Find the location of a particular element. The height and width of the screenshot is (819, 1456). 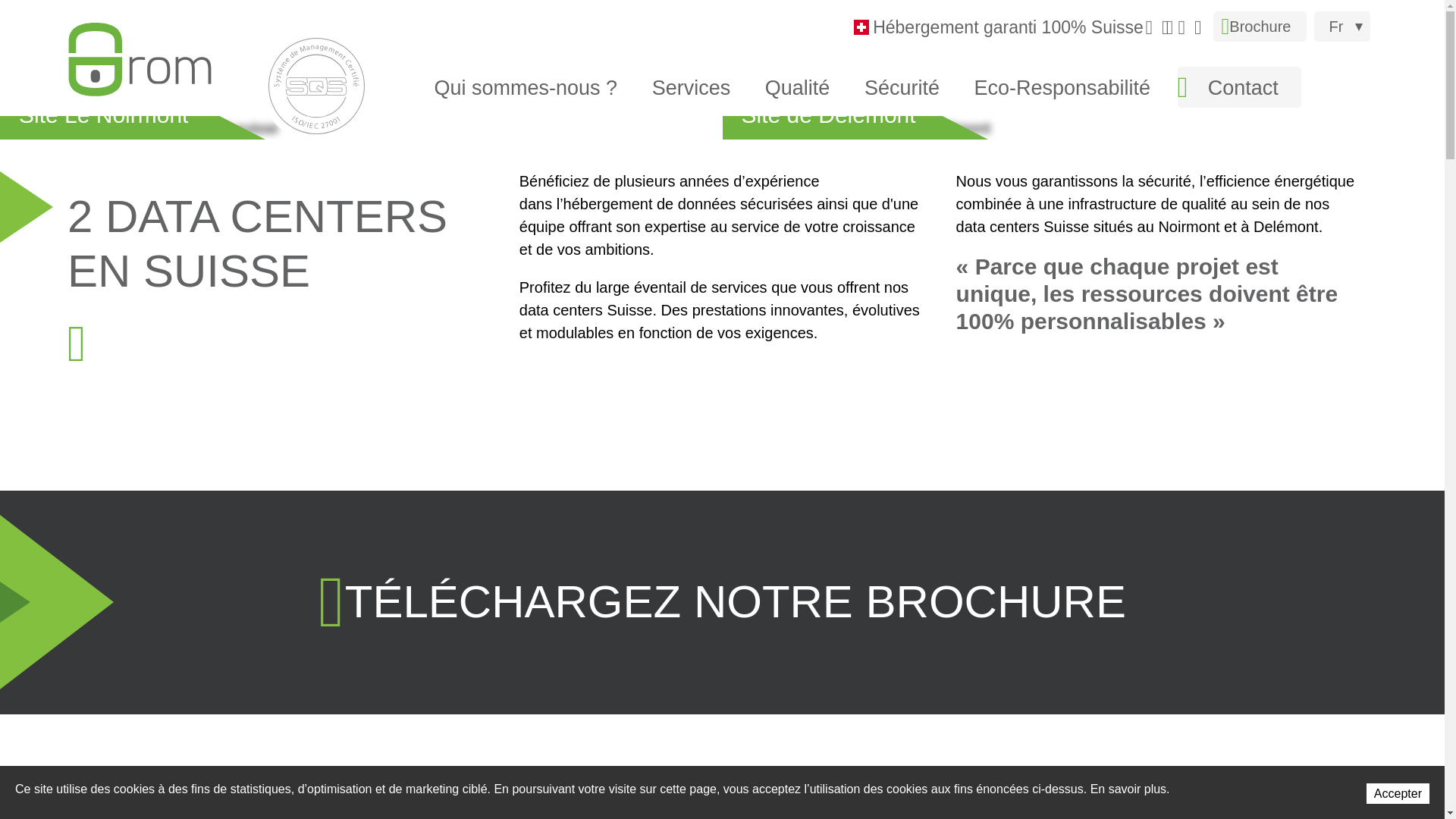

'Accepter' is located at coordinates (1397, 792).